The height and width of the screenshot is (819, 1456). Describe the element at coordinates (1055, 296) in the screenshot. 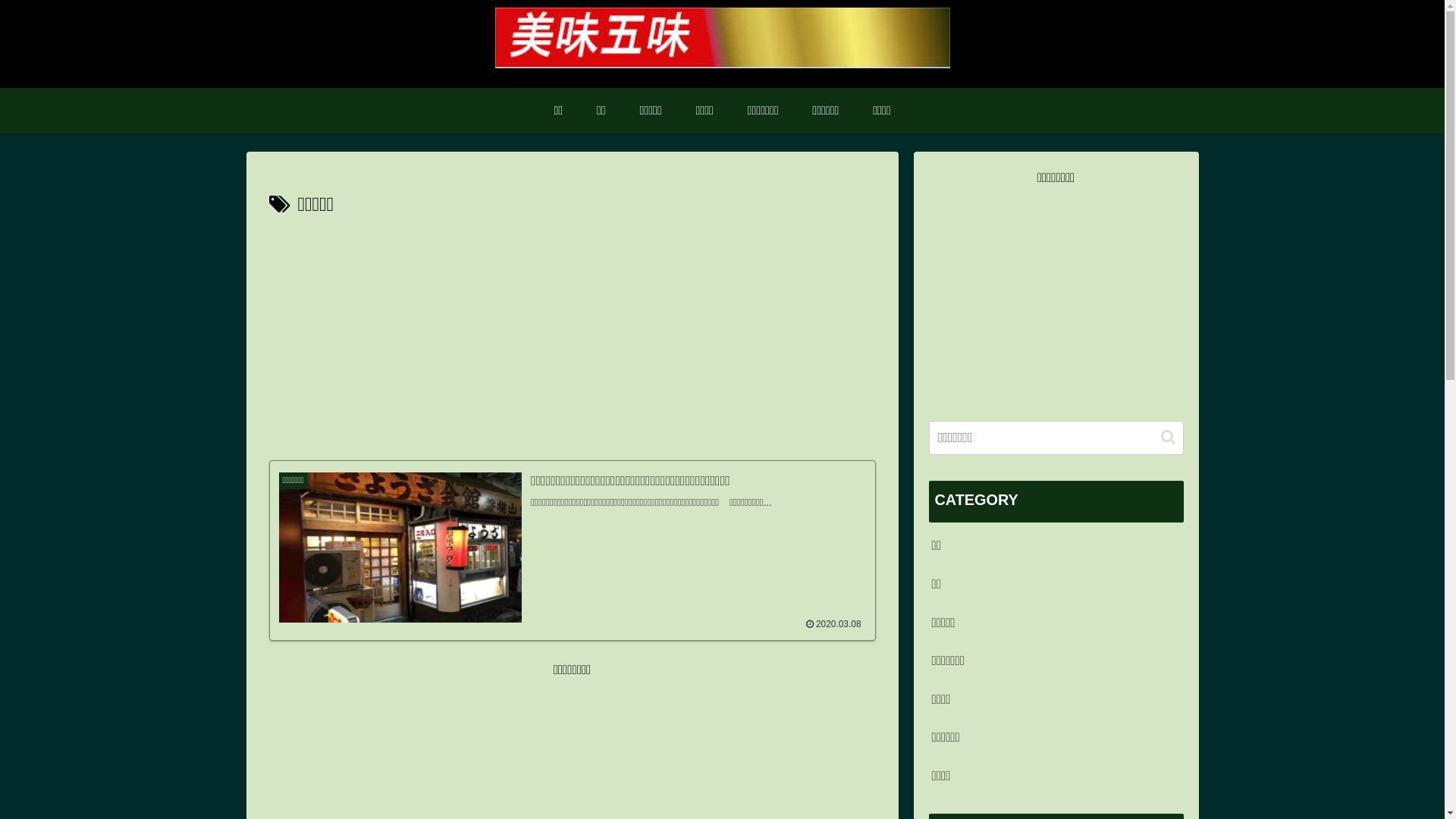

I see `'Advertisement'` at that location.